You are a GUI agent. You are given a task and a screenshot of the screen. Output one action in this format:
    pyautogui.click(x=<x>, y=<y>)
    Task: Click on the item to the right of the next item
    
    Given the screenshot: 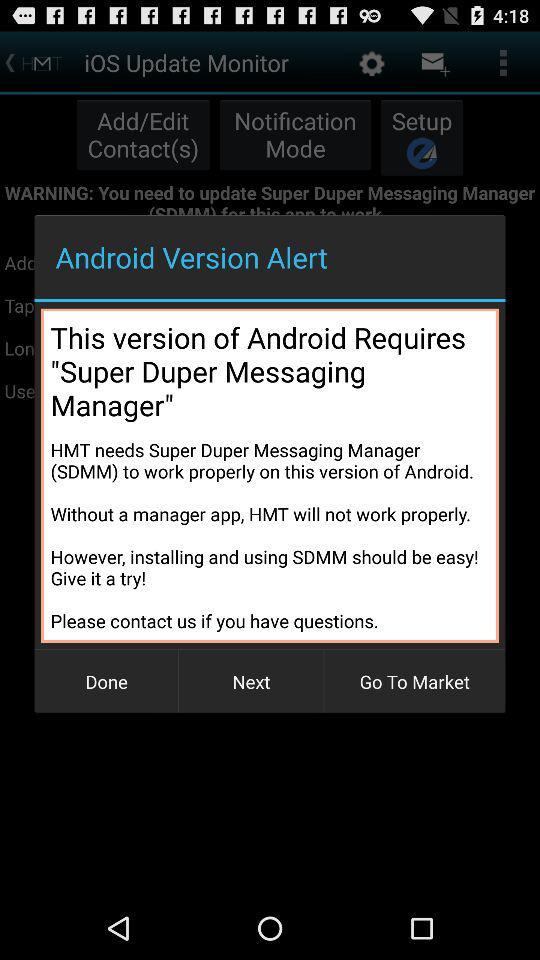 What is the action you would take?
    pyautogui.click(x=413, y=681)
    